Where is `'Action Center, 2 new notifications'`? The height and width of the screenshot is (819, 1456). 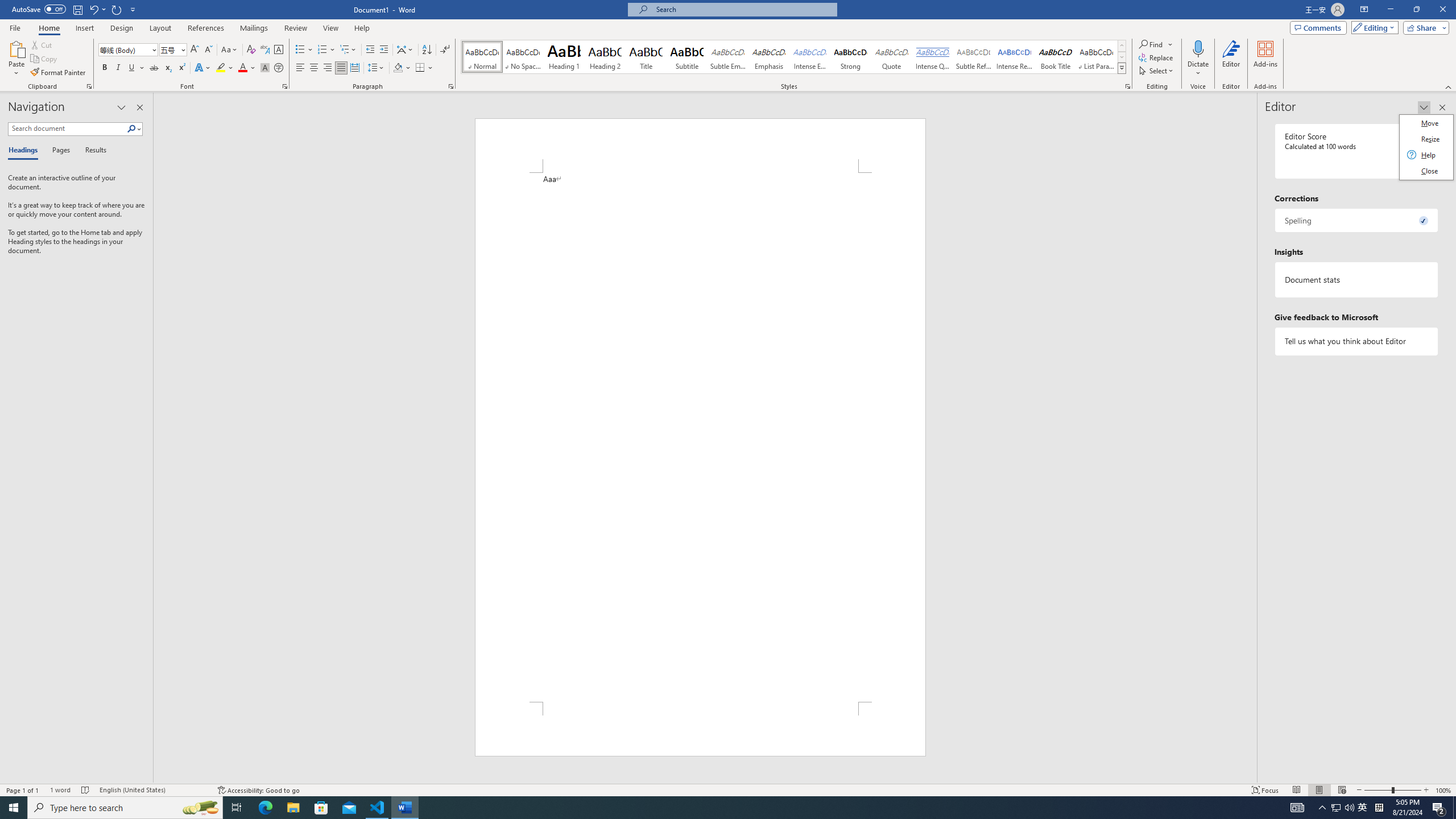 'Action Center, 2 new notifications' is located at coordinates (1439, 806).